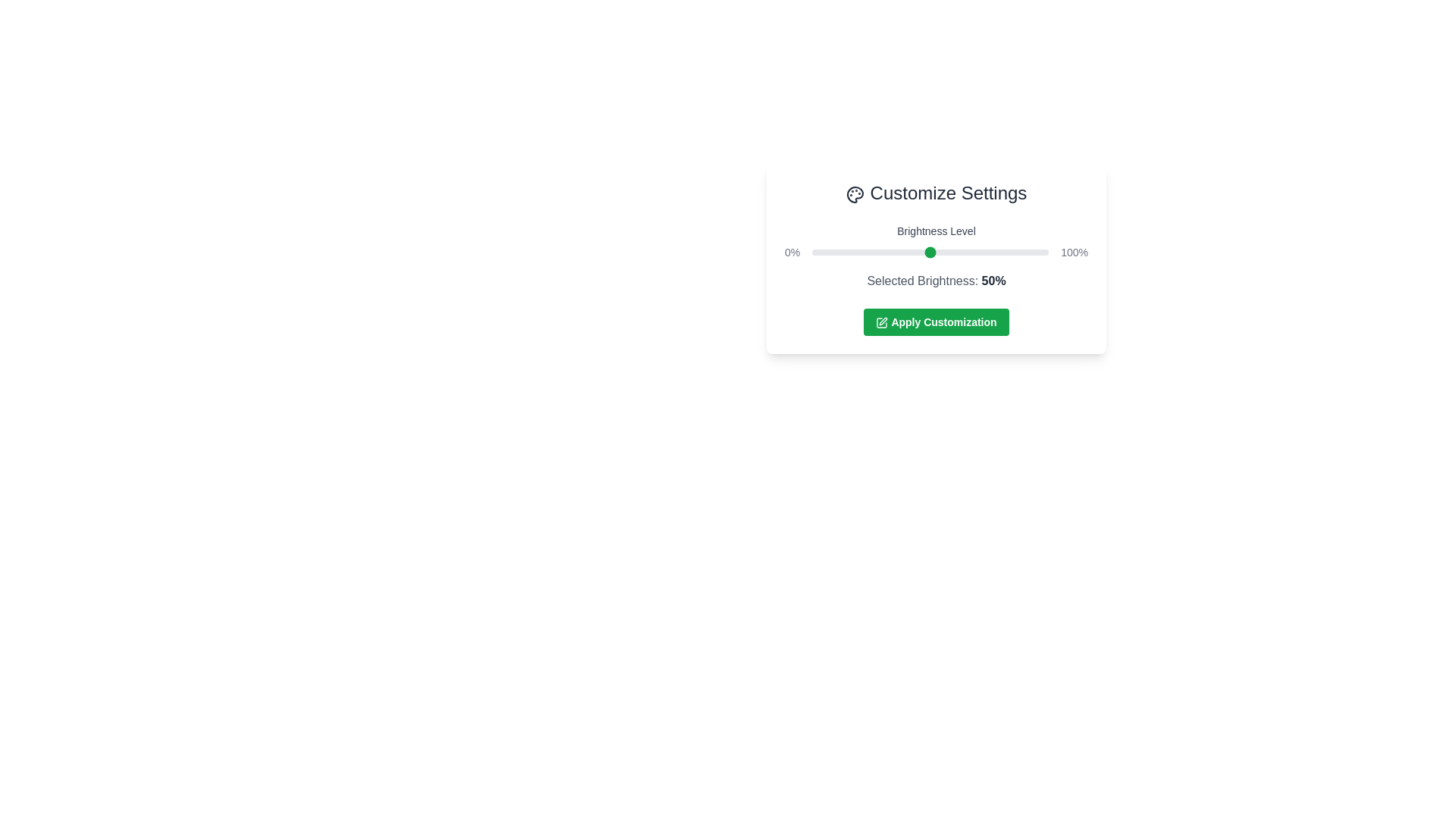  I want to click on brightness level, so click(1043, 251).